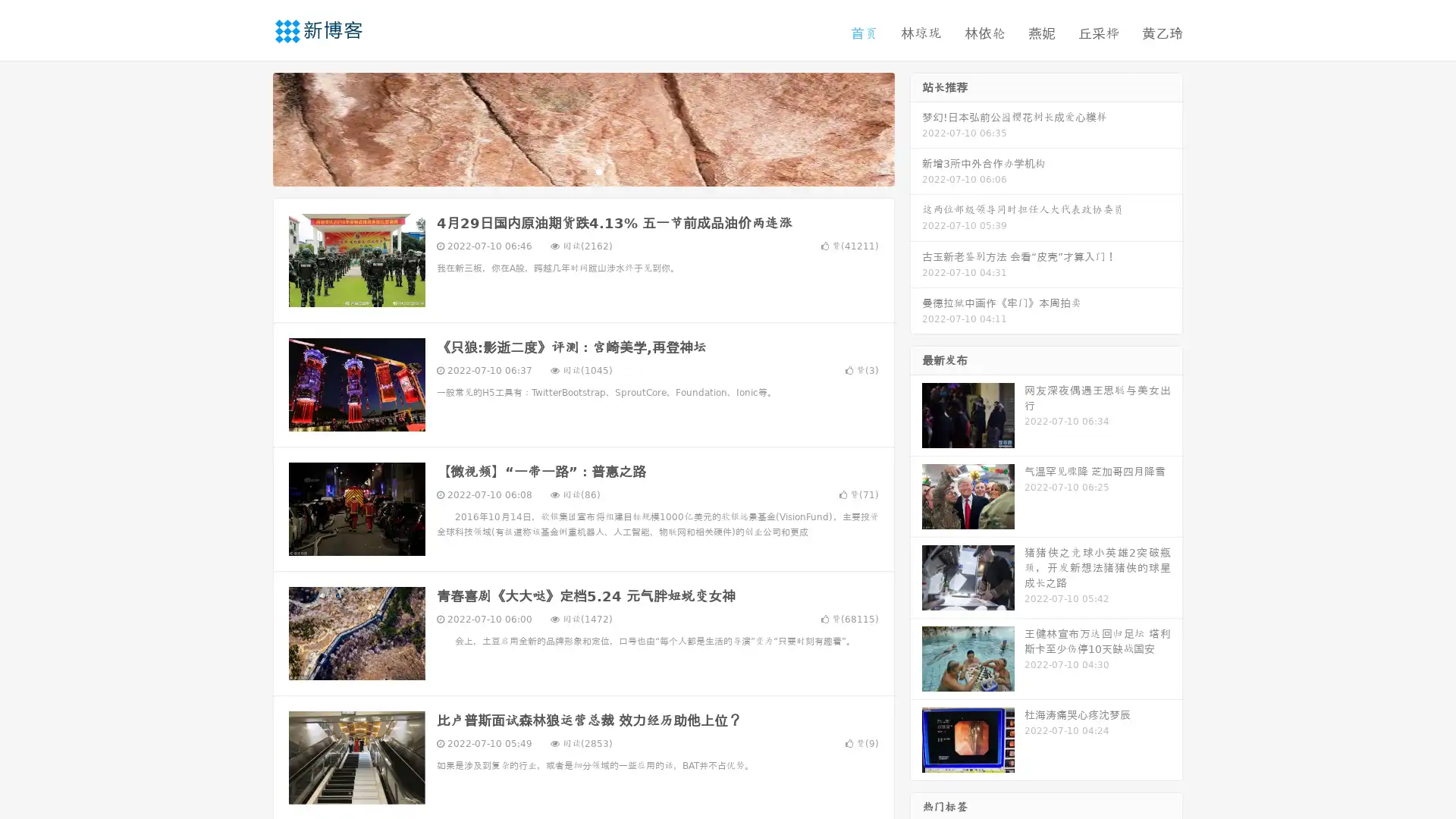 This screenshot has height=819, width=1456. Describe the element at coordinates (582, 171) in the screenshot. I see `Go to slide 2` at that location.